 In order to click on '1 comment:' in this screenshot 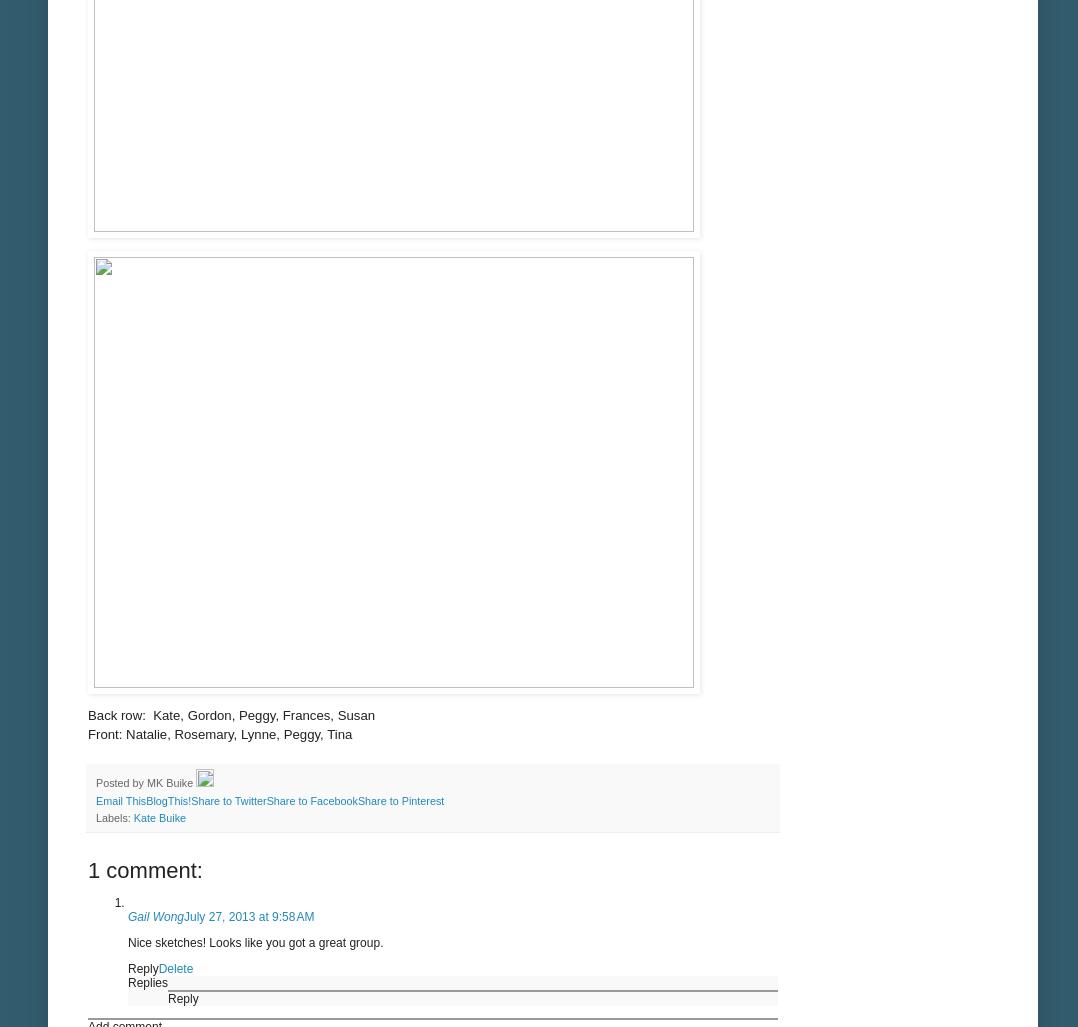, I will do `click(144, 869)`.